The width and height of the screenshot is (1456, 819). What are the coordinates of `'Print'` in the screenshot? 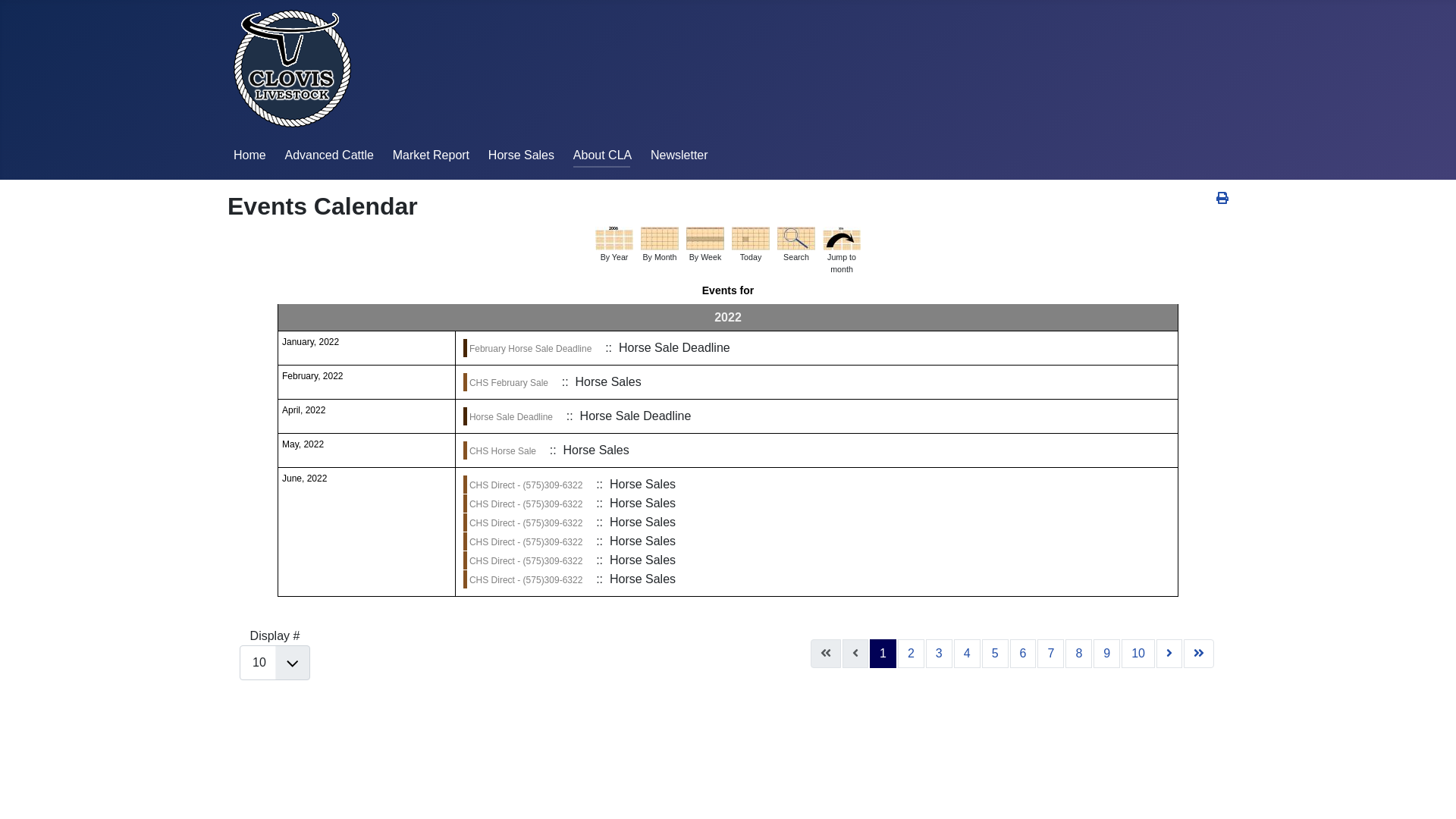 It's located at (1222, 197).